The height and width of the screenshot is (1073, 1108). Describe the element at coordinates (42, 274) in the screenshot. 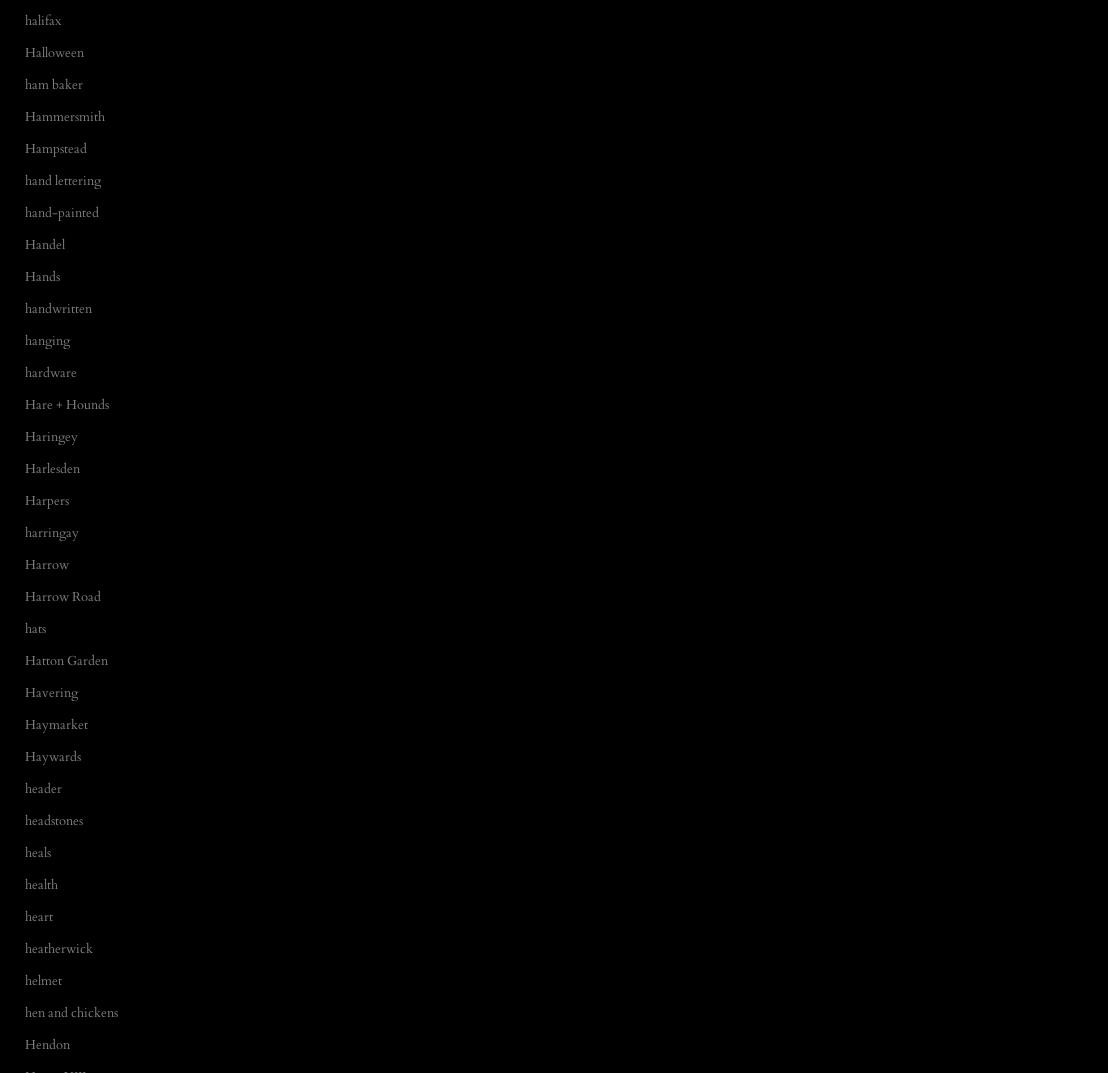

I see `'Hands'` at that location.